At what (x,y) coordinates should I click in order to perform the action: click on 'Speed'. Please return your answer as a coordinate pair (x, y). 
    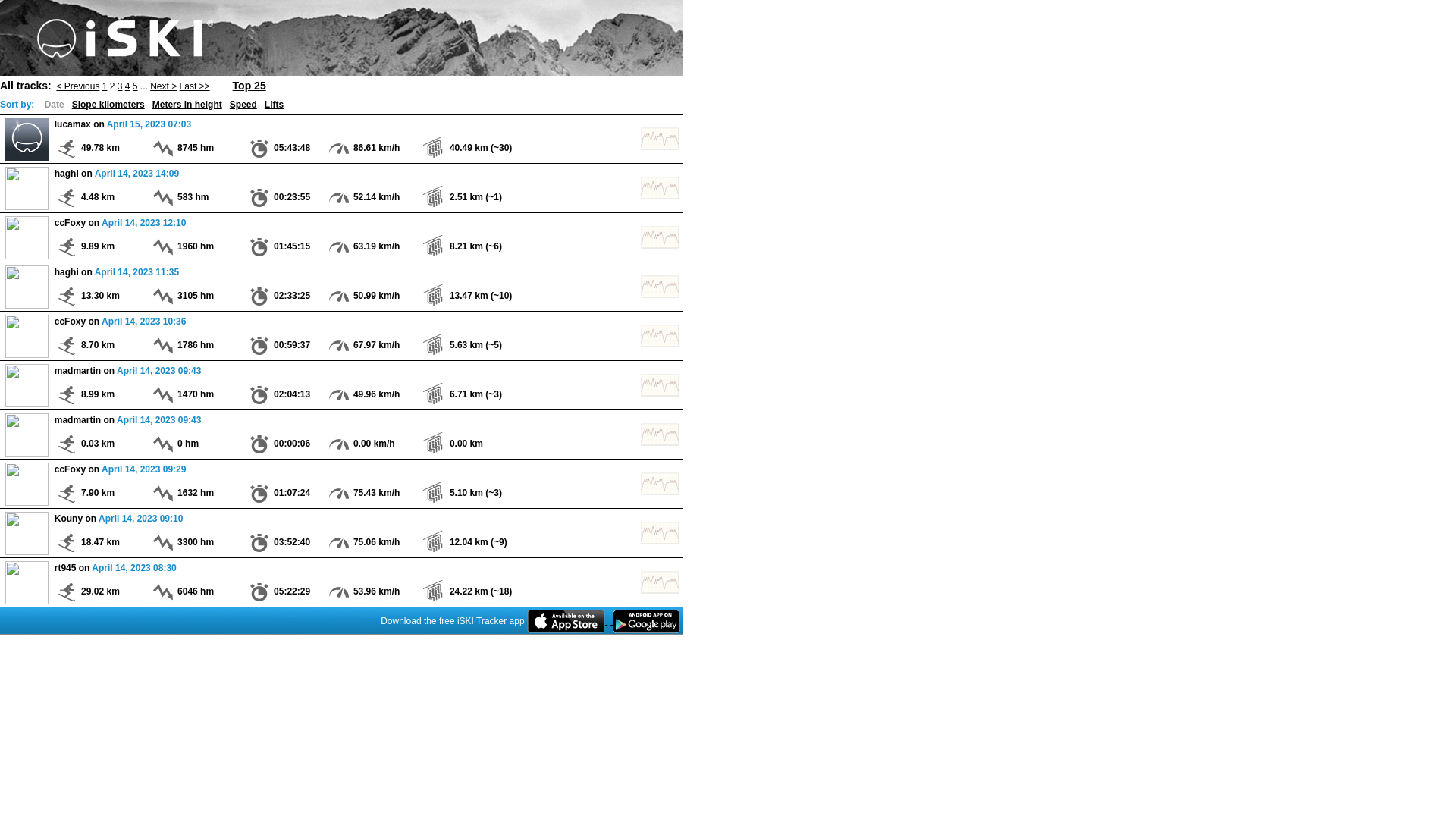
    Looking at the image, I should click on (243, 103).